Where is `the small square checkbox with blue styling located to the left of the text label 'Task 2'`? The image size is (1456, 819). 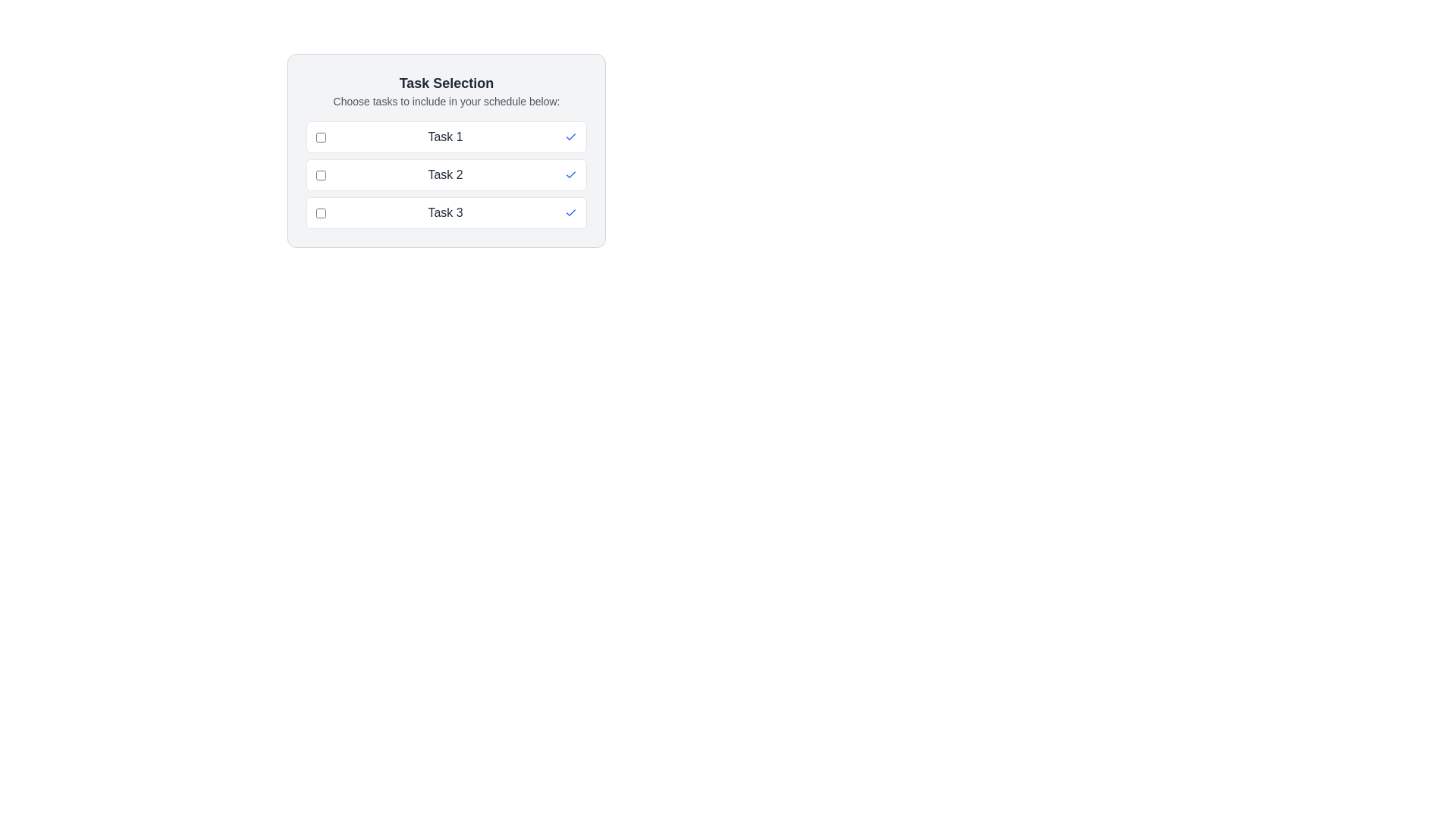 the small square checkbox with blue styling located to the left of the text label 'Task 2' is located at coordinates (320, 174).